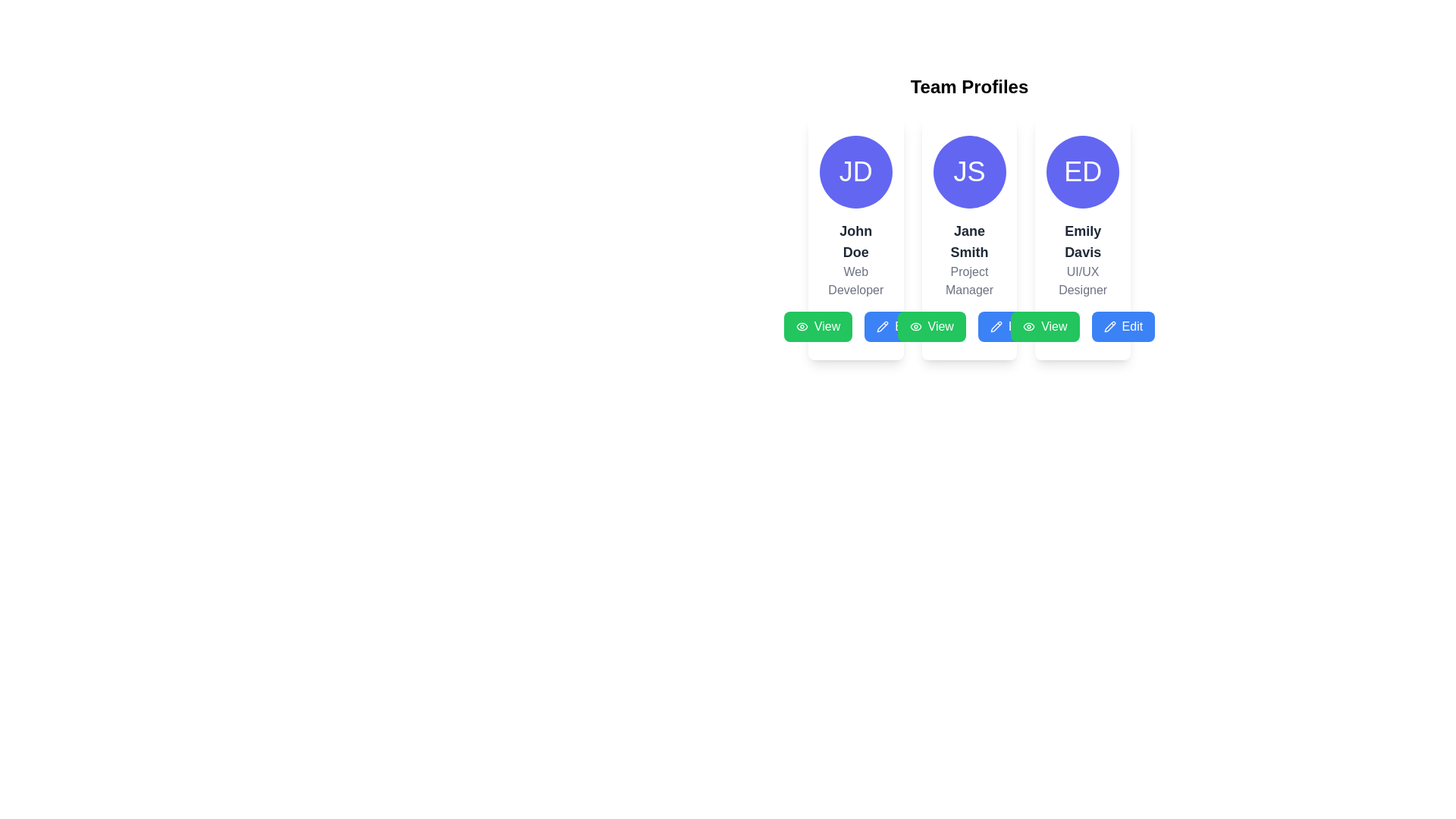 The width and height of the screenshot is (1456, 819). What do you see at coordinates (996, 326) in the screenshot?
I see `the 'Edit' icon in the action bar of the 'Jane Smith' profile card` at bounding box center [996, 326].